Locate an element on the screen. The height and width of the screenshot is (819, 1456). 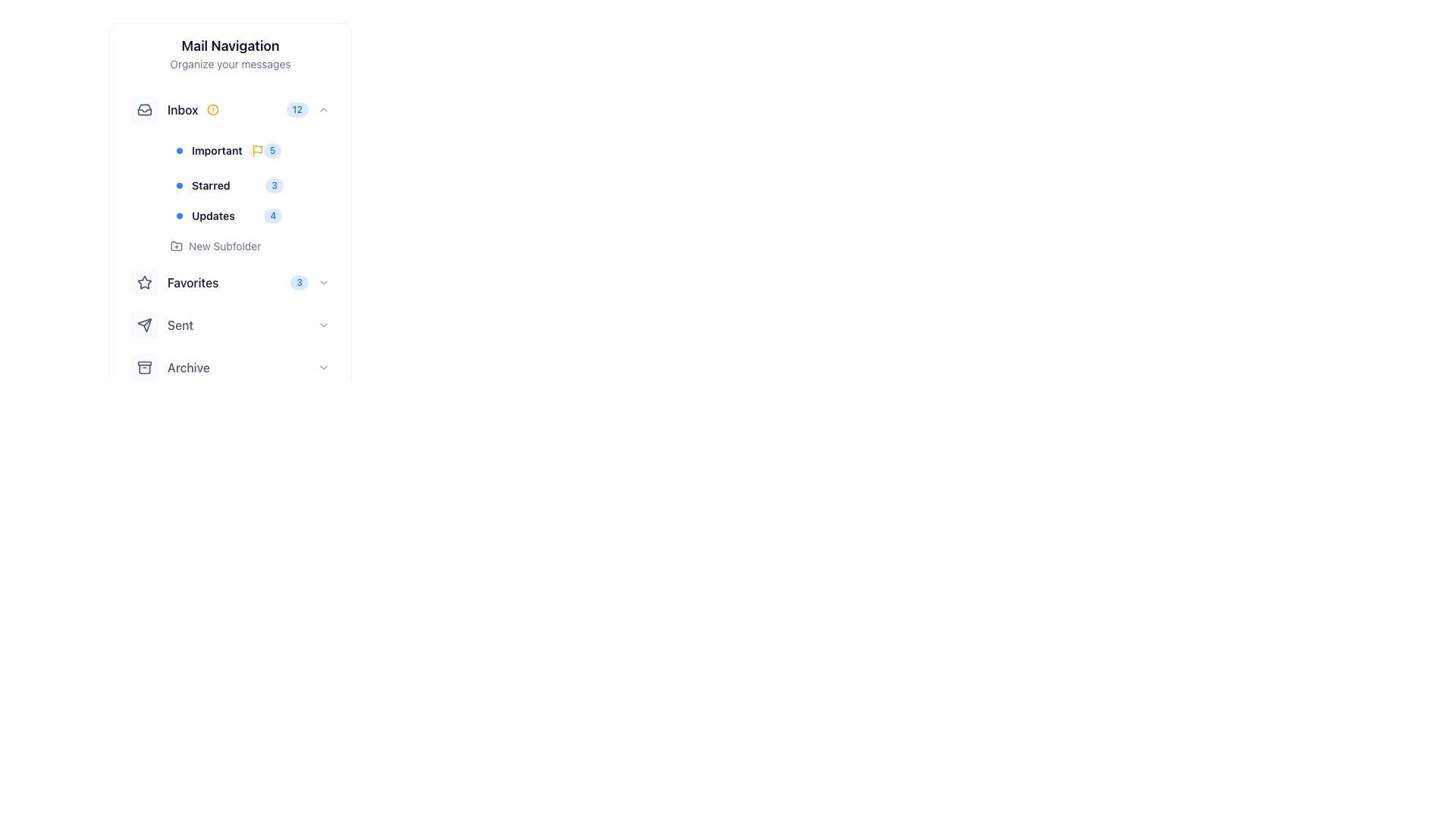
the small rectangular icon with a rounded appearance located in the navigation sidebar under the 'Archive' section, which features a gray background transitioning to blue on hover and contains a graphic of an archive box is located at coordinates (145, 368).